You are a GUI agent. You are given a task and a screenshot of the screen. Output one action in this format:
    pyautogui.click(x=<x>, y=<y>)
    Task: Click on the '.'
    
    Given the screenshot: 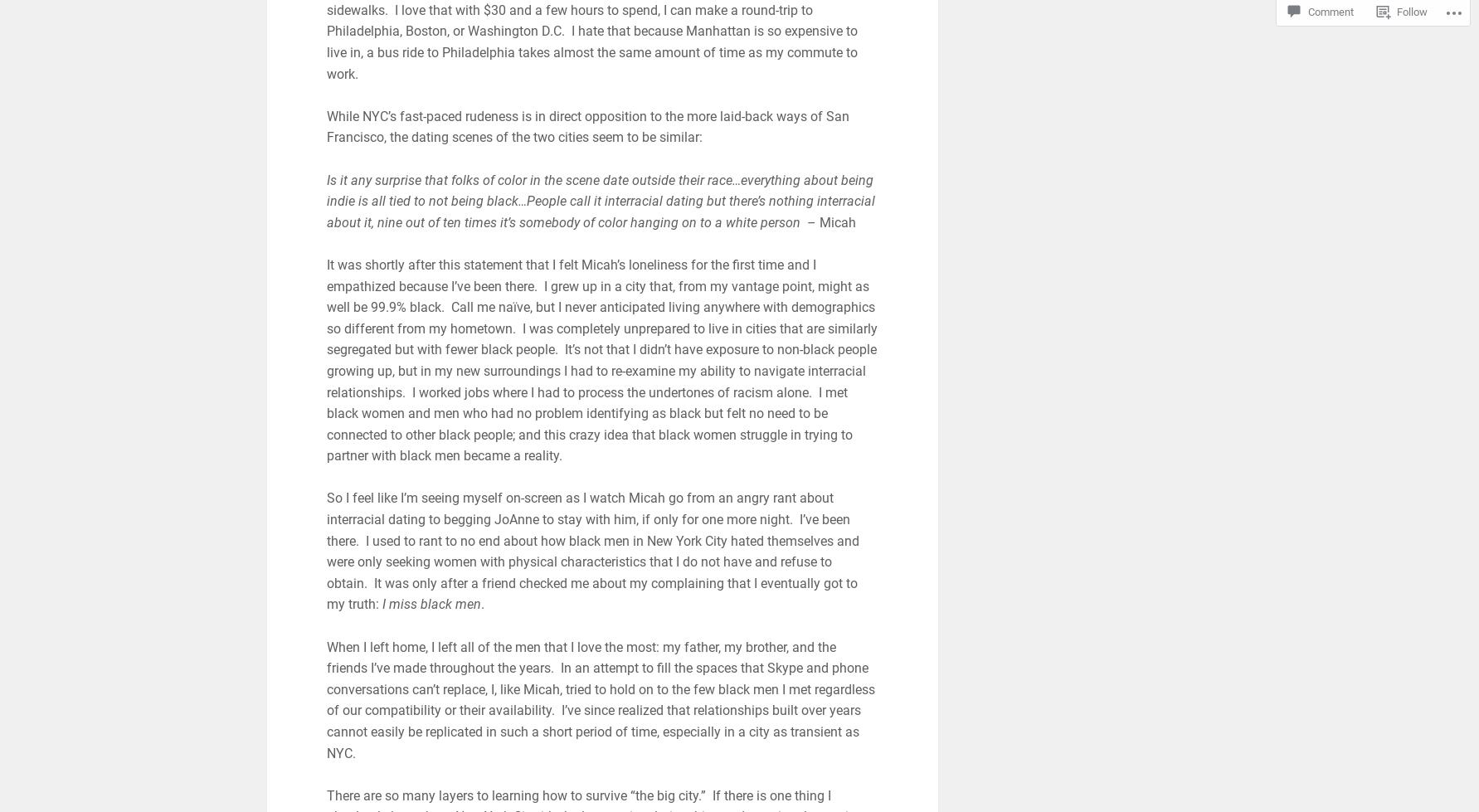 What is the action you would take?
    pyautogui.click(x=479, y=603)
    